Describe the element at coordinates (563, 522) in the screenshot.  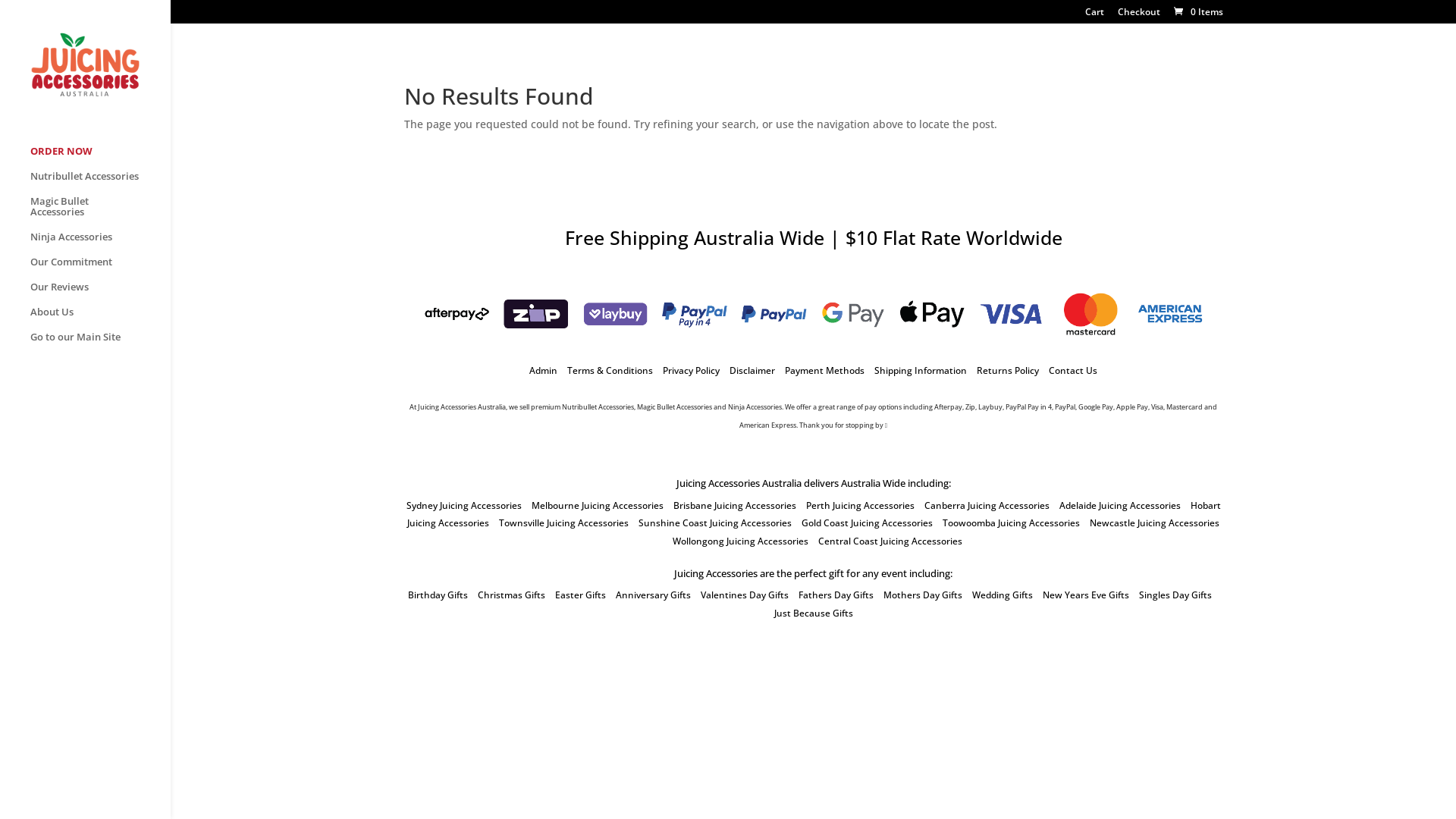
I see `'Townsville Juicing Accessories'` at that location.